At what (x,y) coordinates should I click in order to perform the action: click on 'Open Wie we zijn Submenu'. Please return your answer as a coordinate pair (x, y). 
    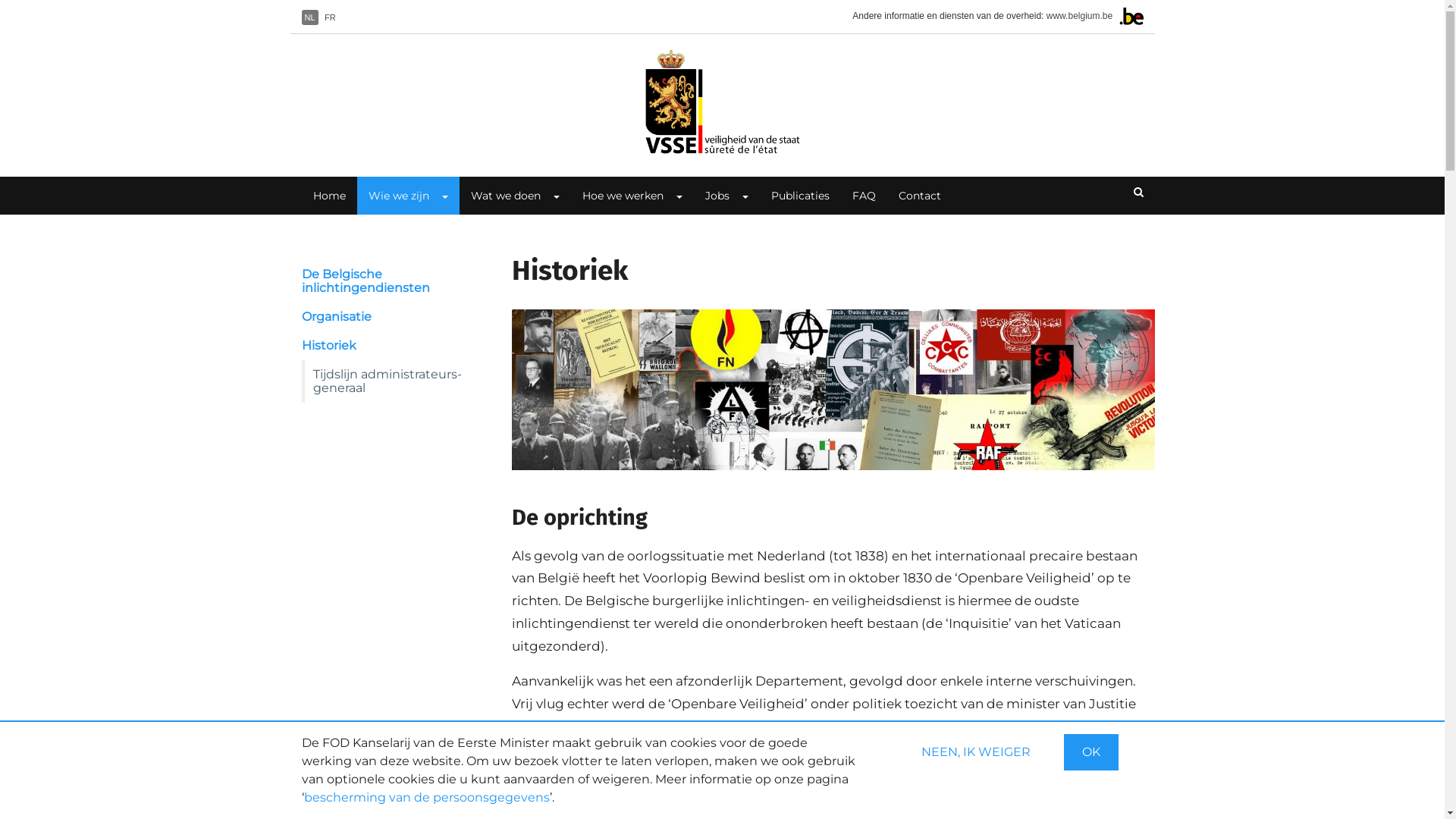
    Looking at the image, I should click on (443, 195).